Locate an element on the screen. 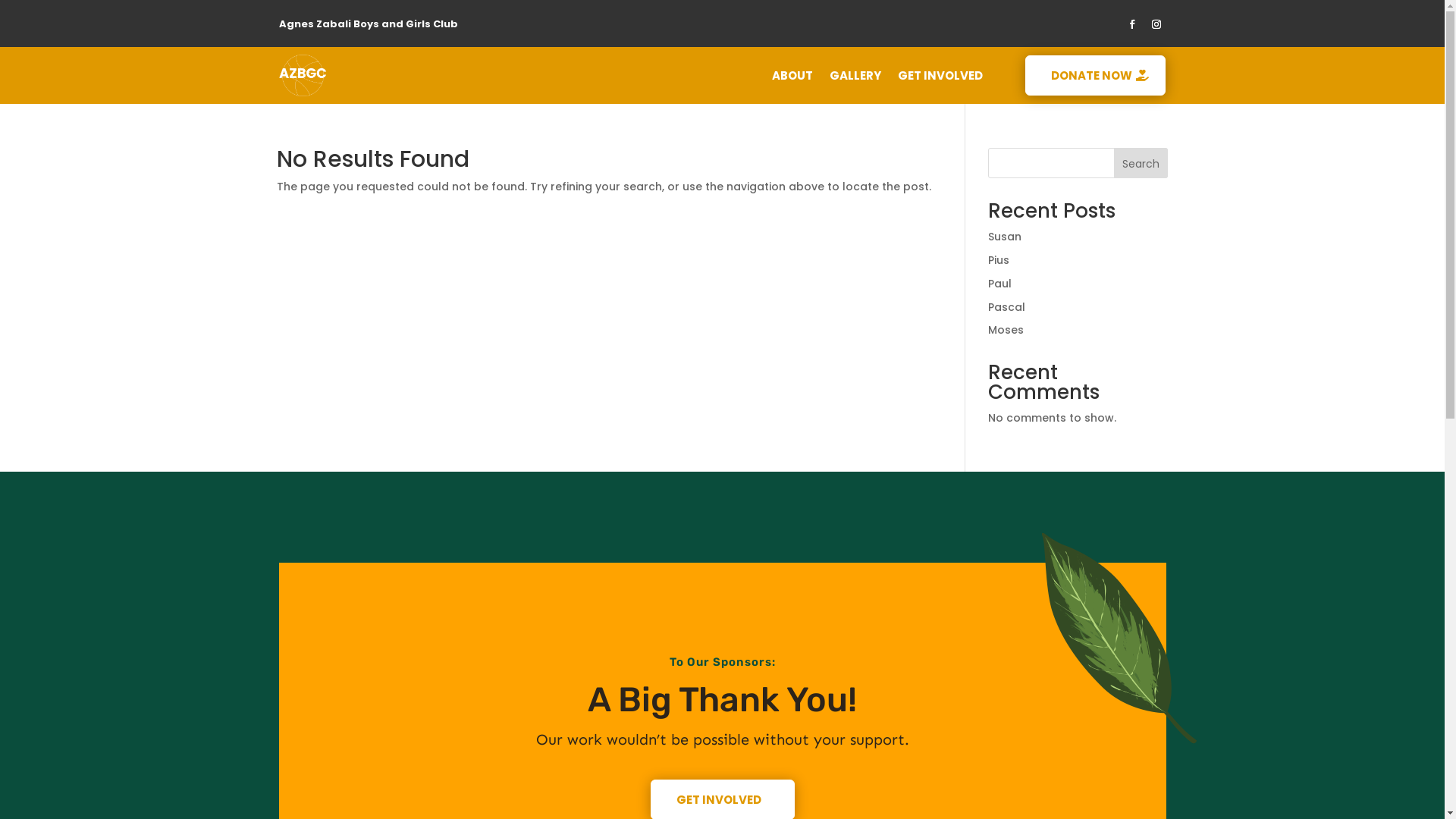  'Pascal' is located at coordinates (1006, 307).